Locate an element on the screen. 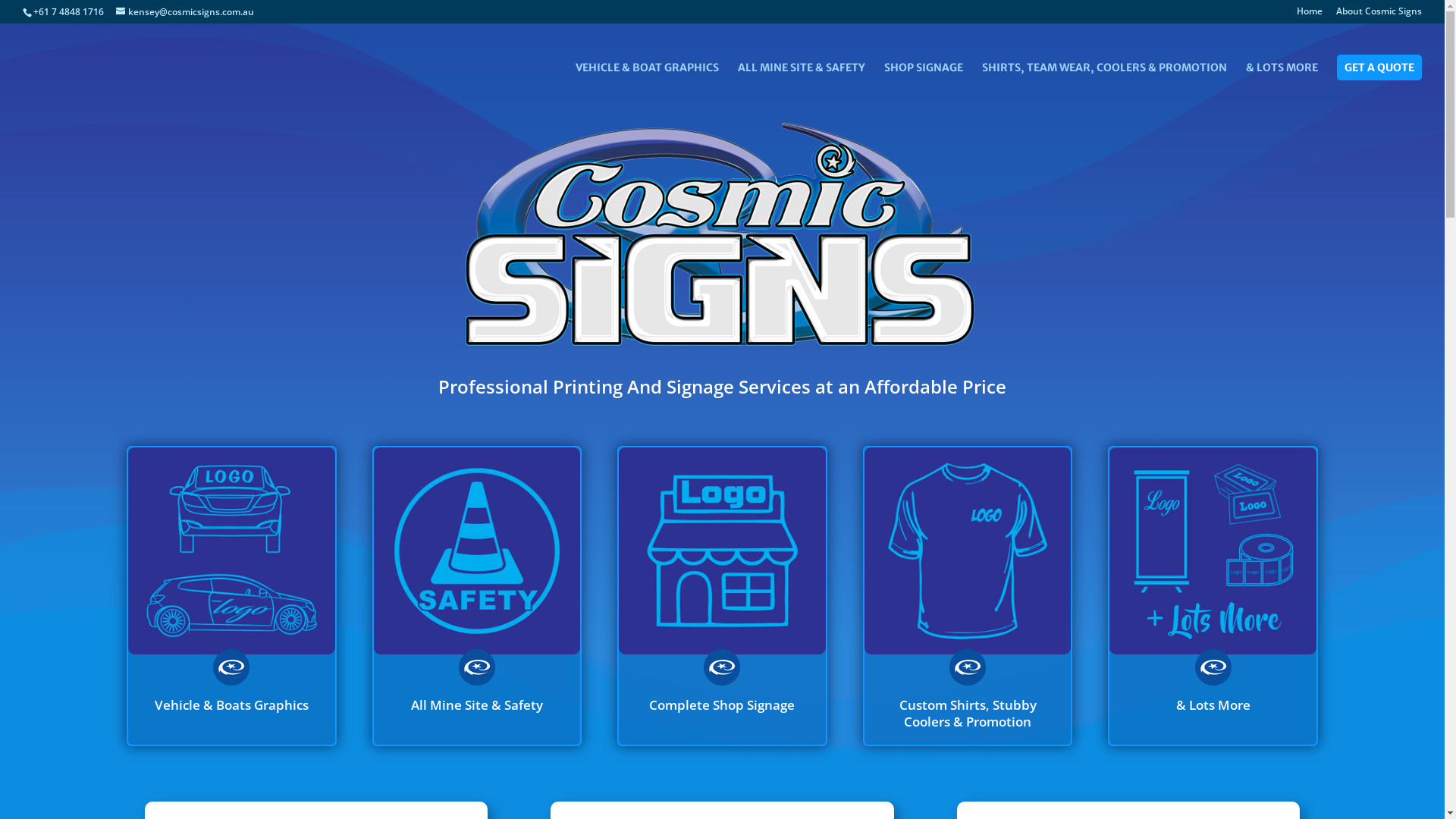 This screenshot has height=819, width=1456. 'About Cosmic Signs' is located at coordinates (1379, 14).